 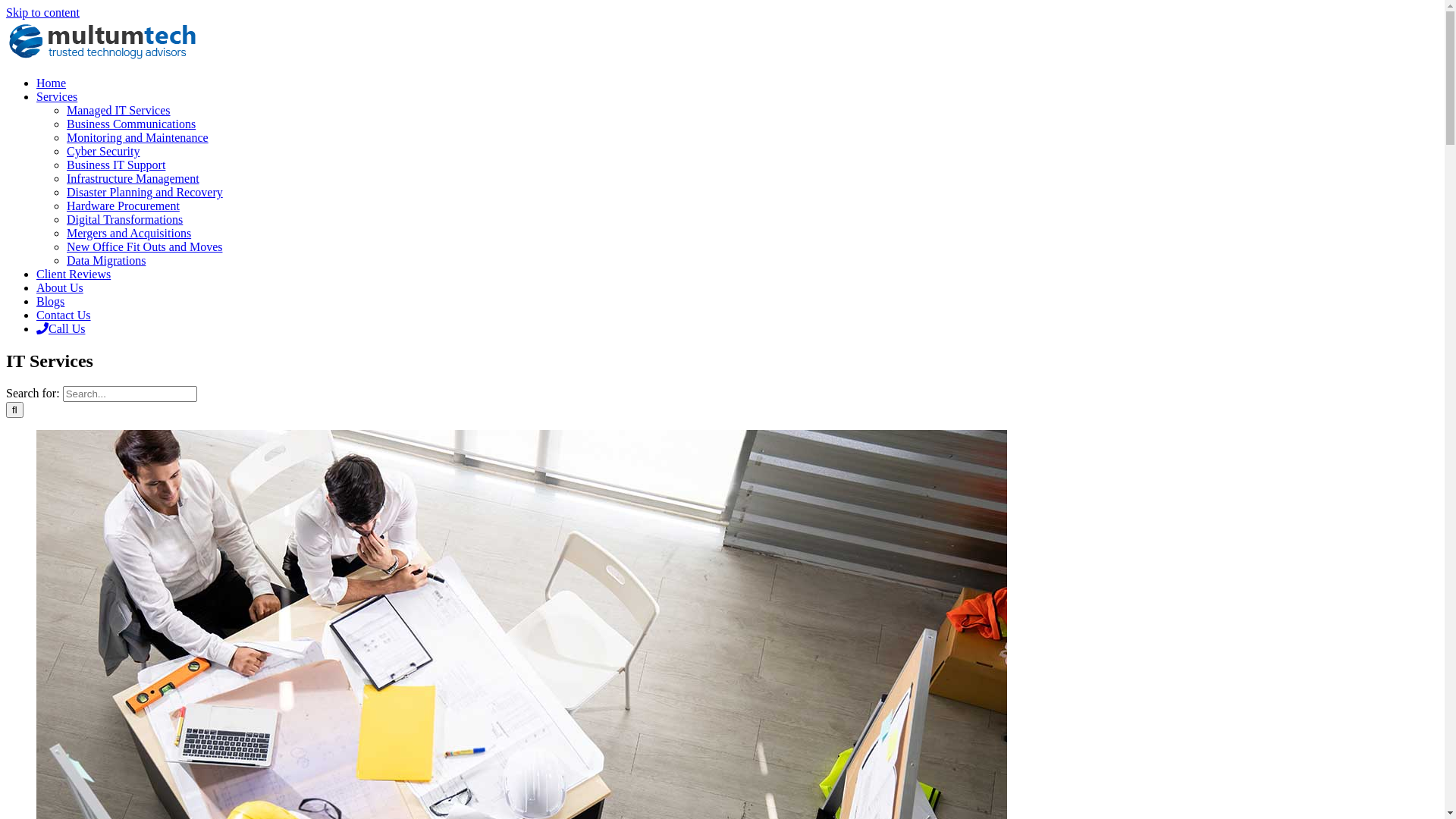 I want to click on 'Business Communications', so click(x=130, y=123).